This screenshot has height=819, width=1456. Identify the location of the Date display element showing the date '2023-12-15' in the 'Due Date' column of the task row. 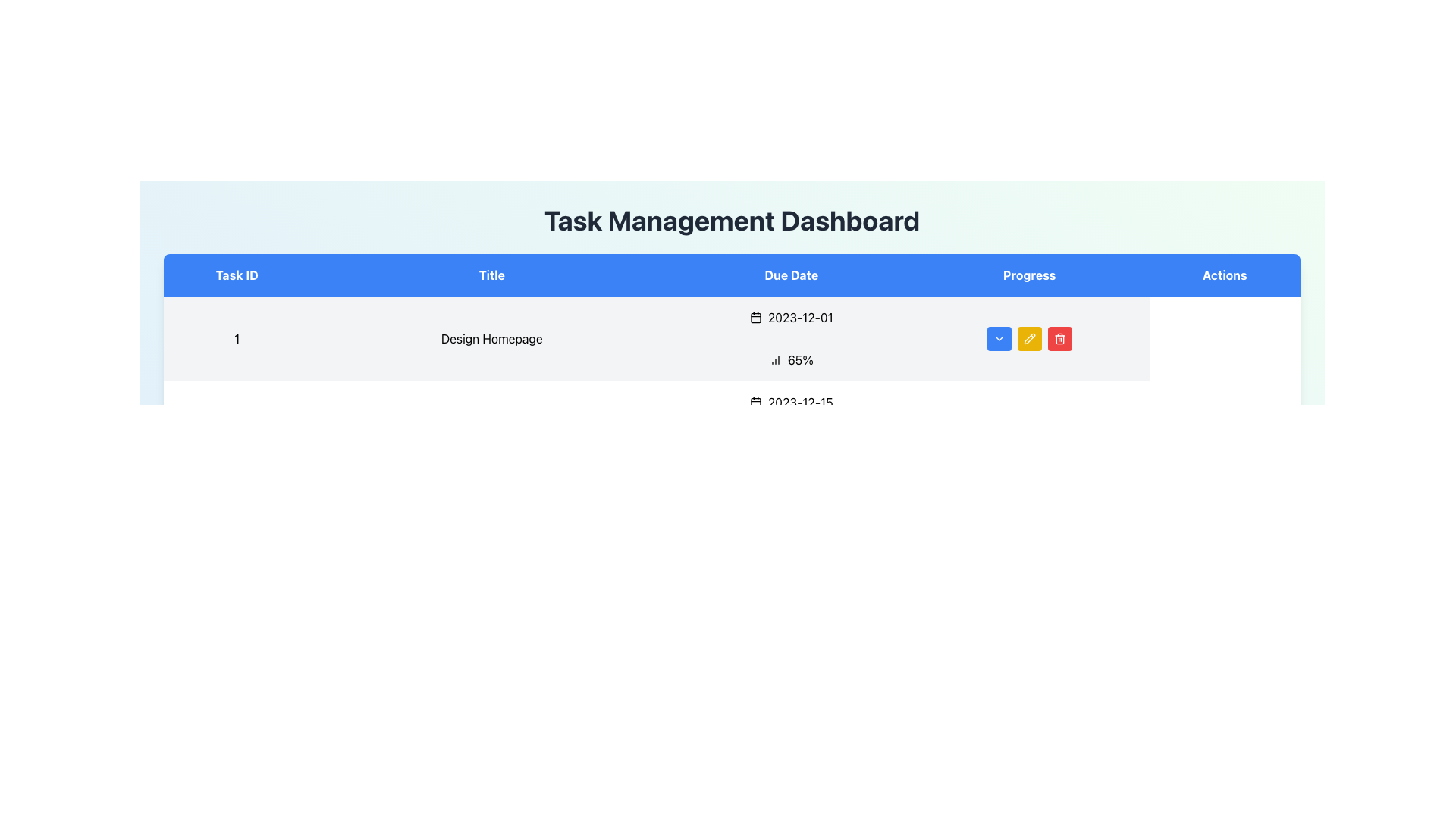
(790, 402).